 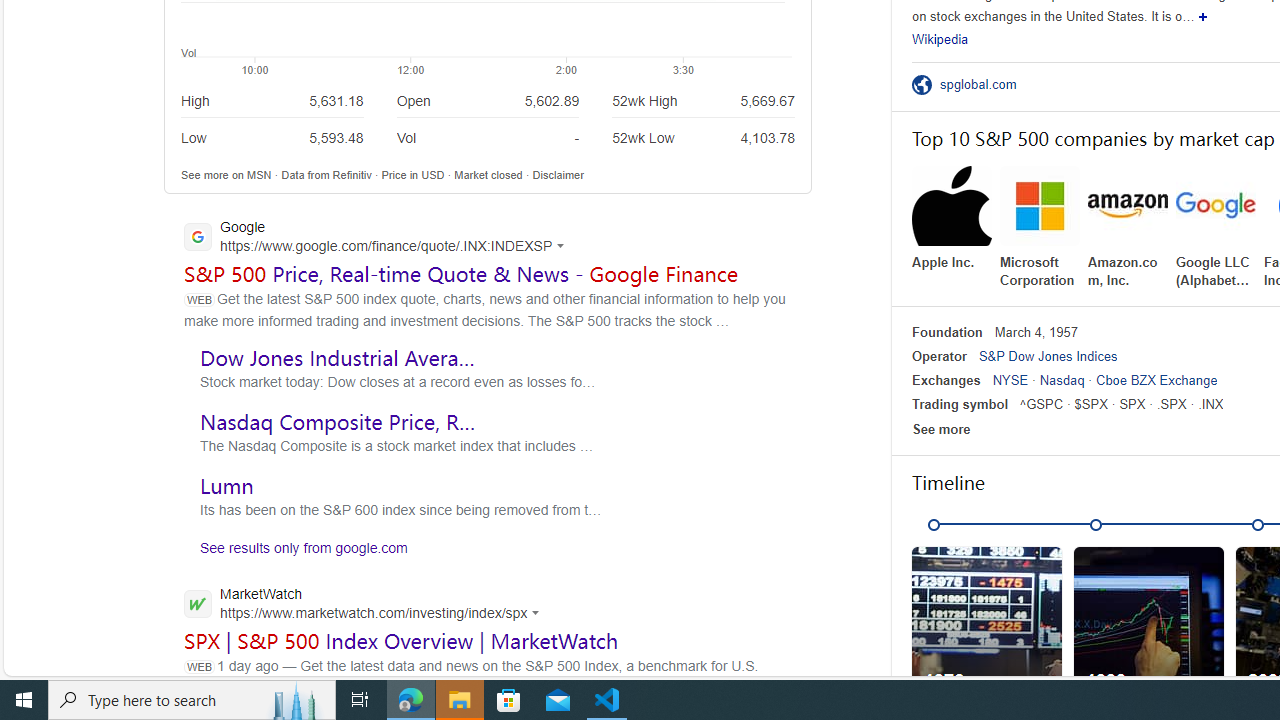 What do you see at coordinates (984, 83) in the screenshot?
I see `'spglobal.com'` at bounding box center [984, 83].